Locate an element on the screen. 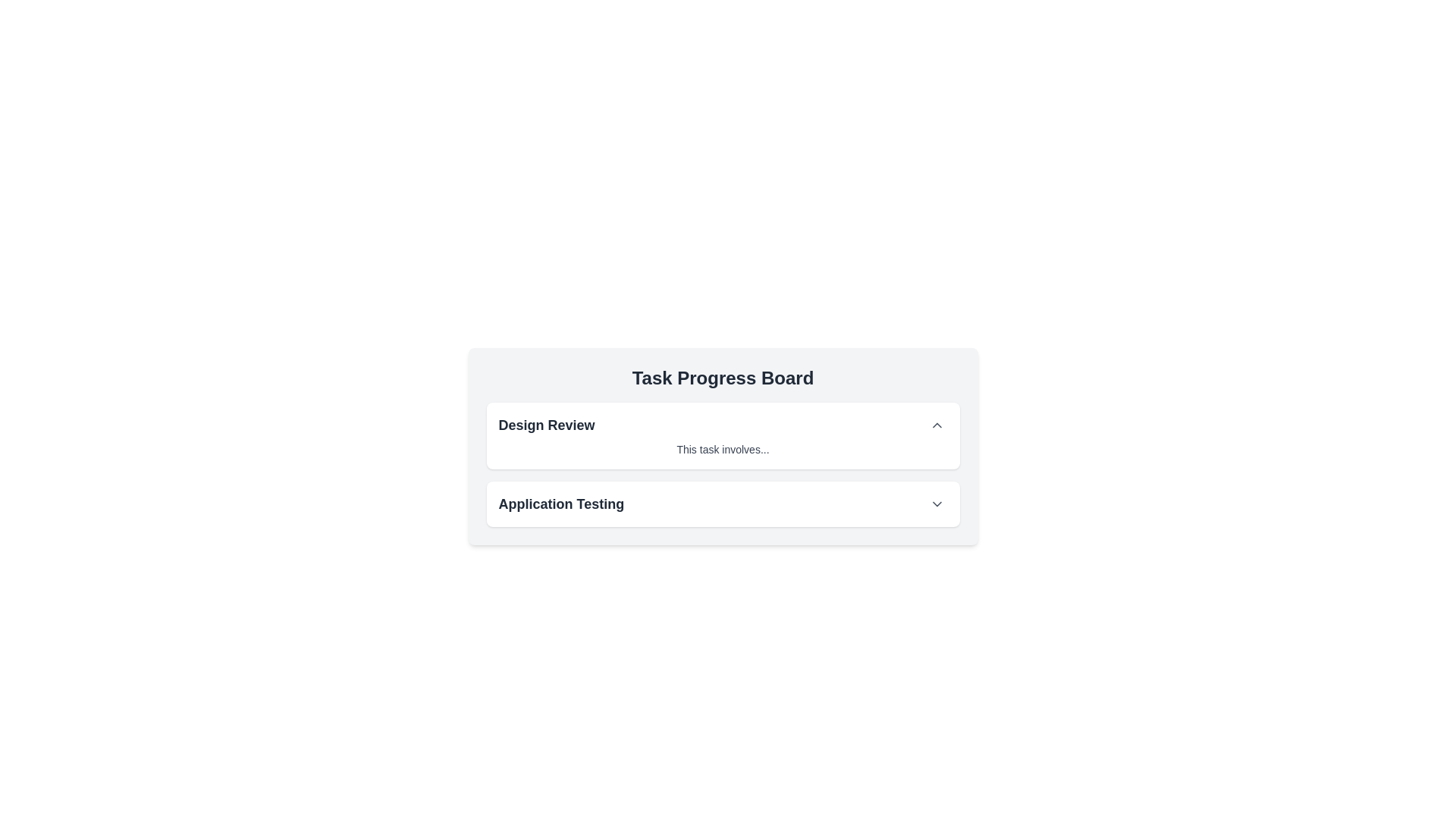 This screenshot has width=1456, height=819. the Dropdown Selector Header labeled 'Application Testing' for keyboard navigation is located at coordinates (722, 504).